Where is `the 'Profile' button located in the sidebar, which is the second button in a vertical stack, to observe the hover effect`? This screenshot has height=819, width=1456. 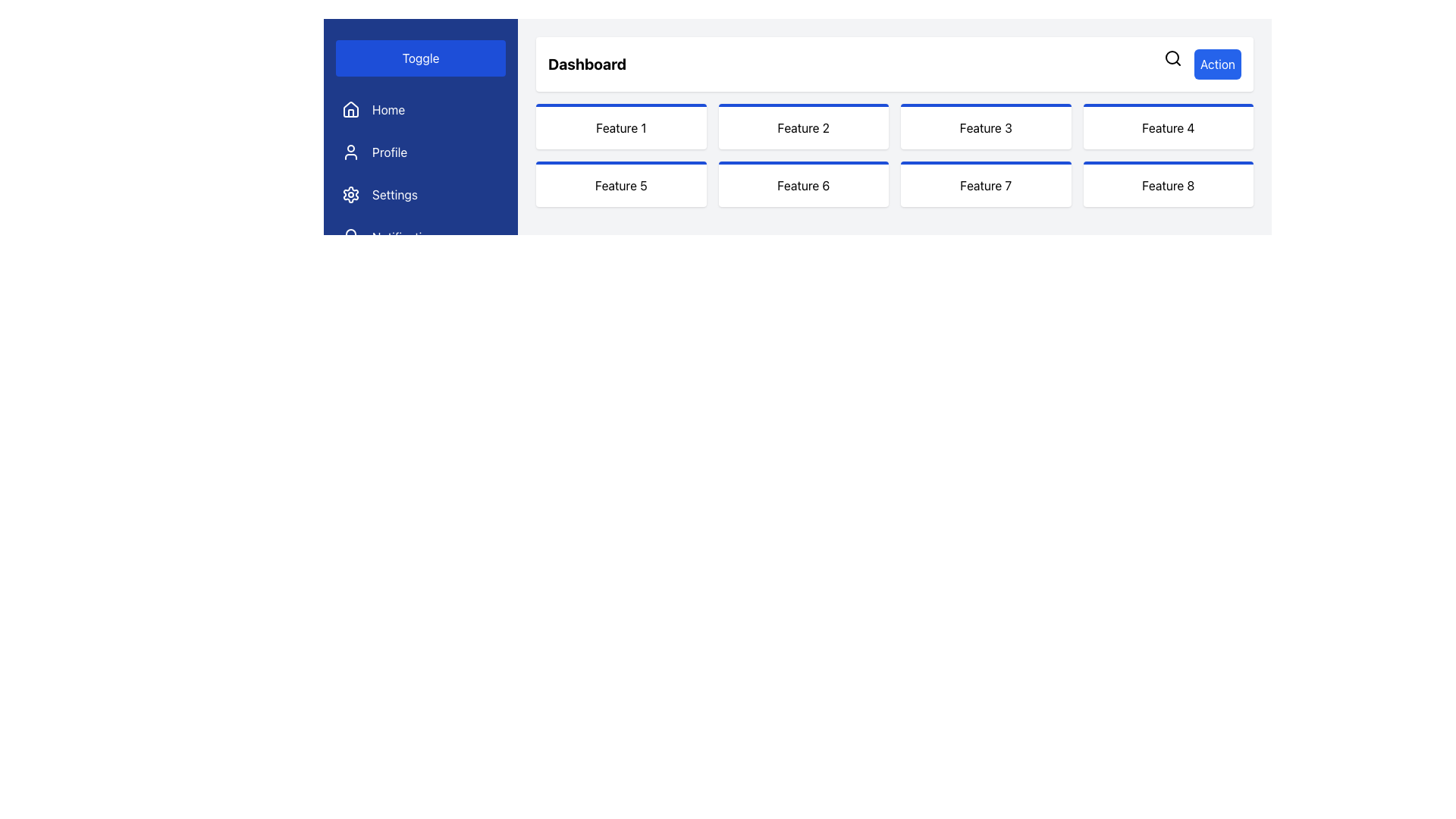
the 'Profile' button located in the sidebar, which is the second button in a vertical stack, to observe the hover effect is located at coordinates (421, 152).